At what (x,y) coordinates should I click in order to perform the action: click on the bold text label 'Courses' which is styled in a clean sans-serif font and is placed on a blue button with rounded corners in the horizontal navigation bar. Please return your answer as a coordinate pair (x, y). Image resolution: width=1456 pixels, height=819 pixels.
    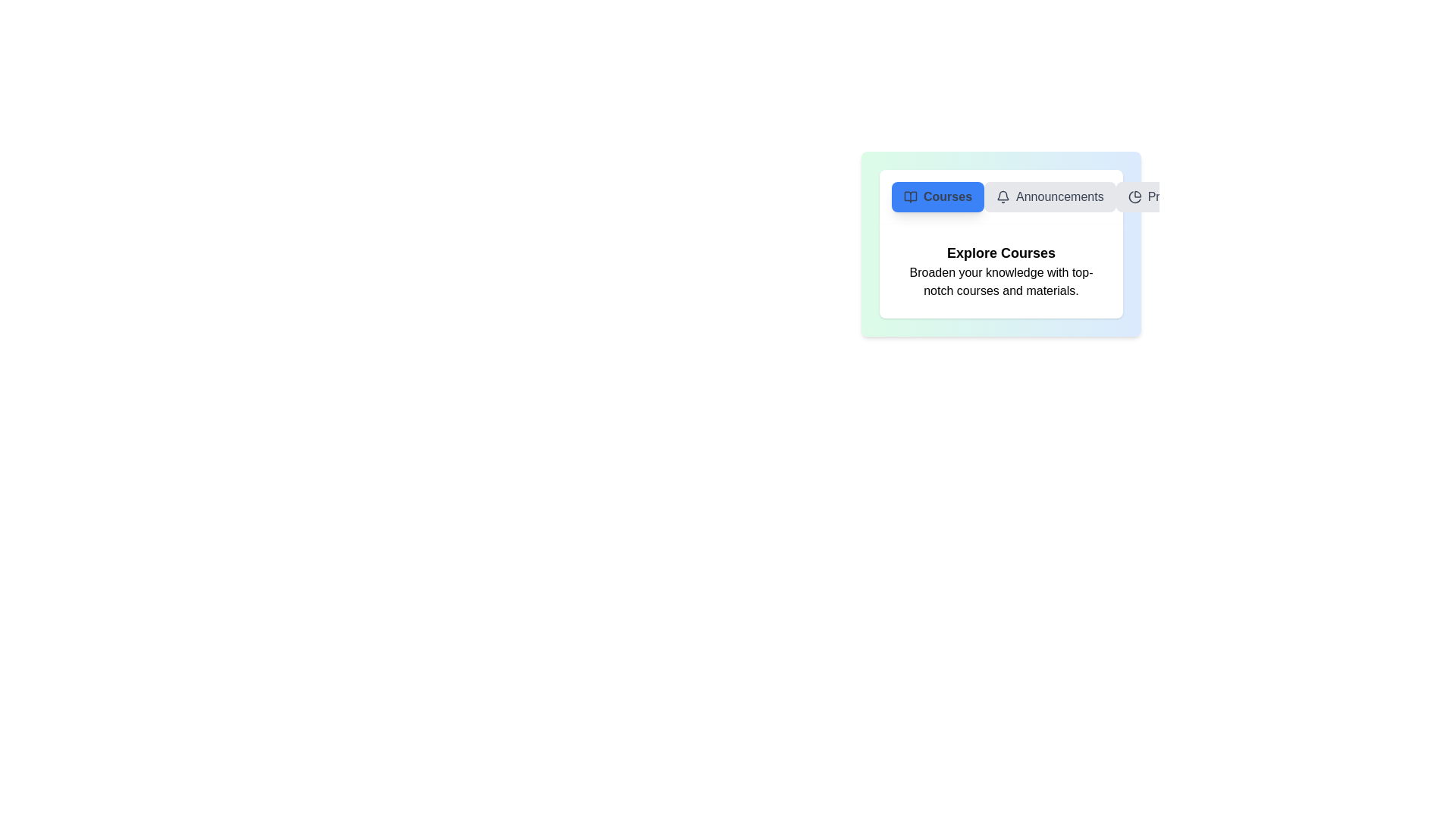
    Looking at the image, I should click on (947, 196).